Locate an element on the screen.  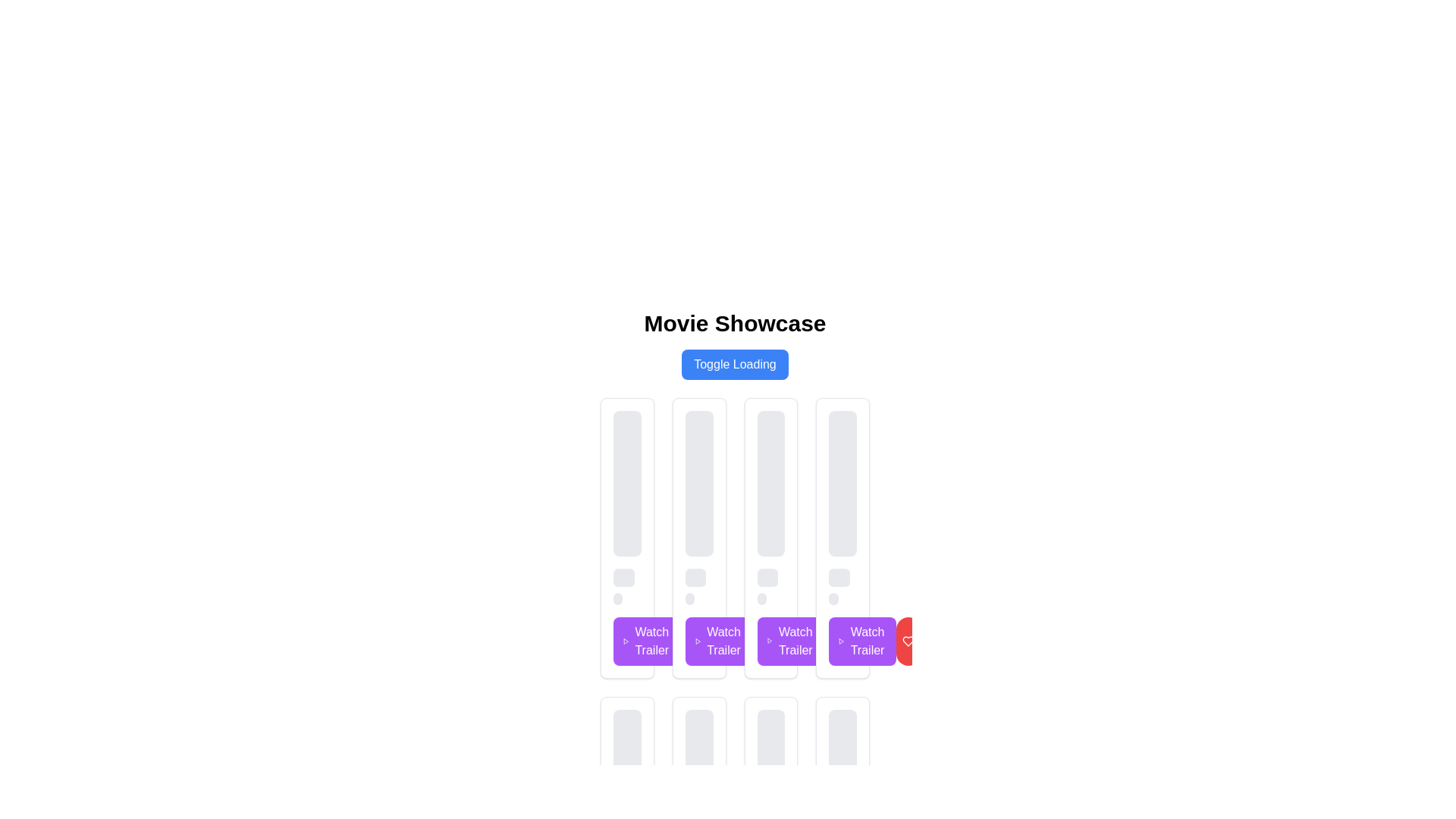
the Static placeholder component located below a taller rectangle and above a shorter one in the first column of a grid-like layout is located at coordinates (623, 578).